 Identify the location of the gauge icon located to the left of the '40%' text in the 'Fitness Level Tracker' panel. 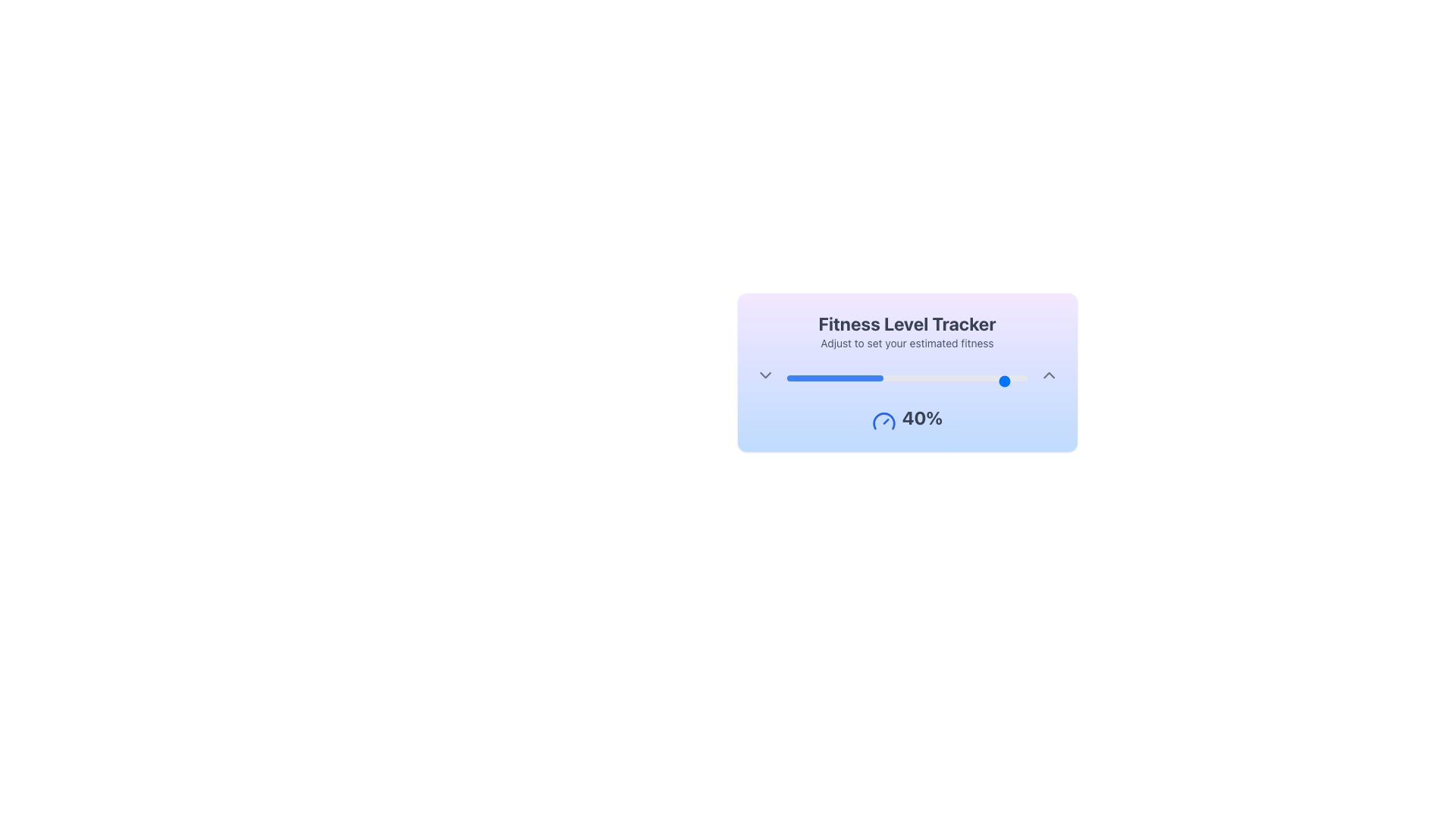
(883, 421).